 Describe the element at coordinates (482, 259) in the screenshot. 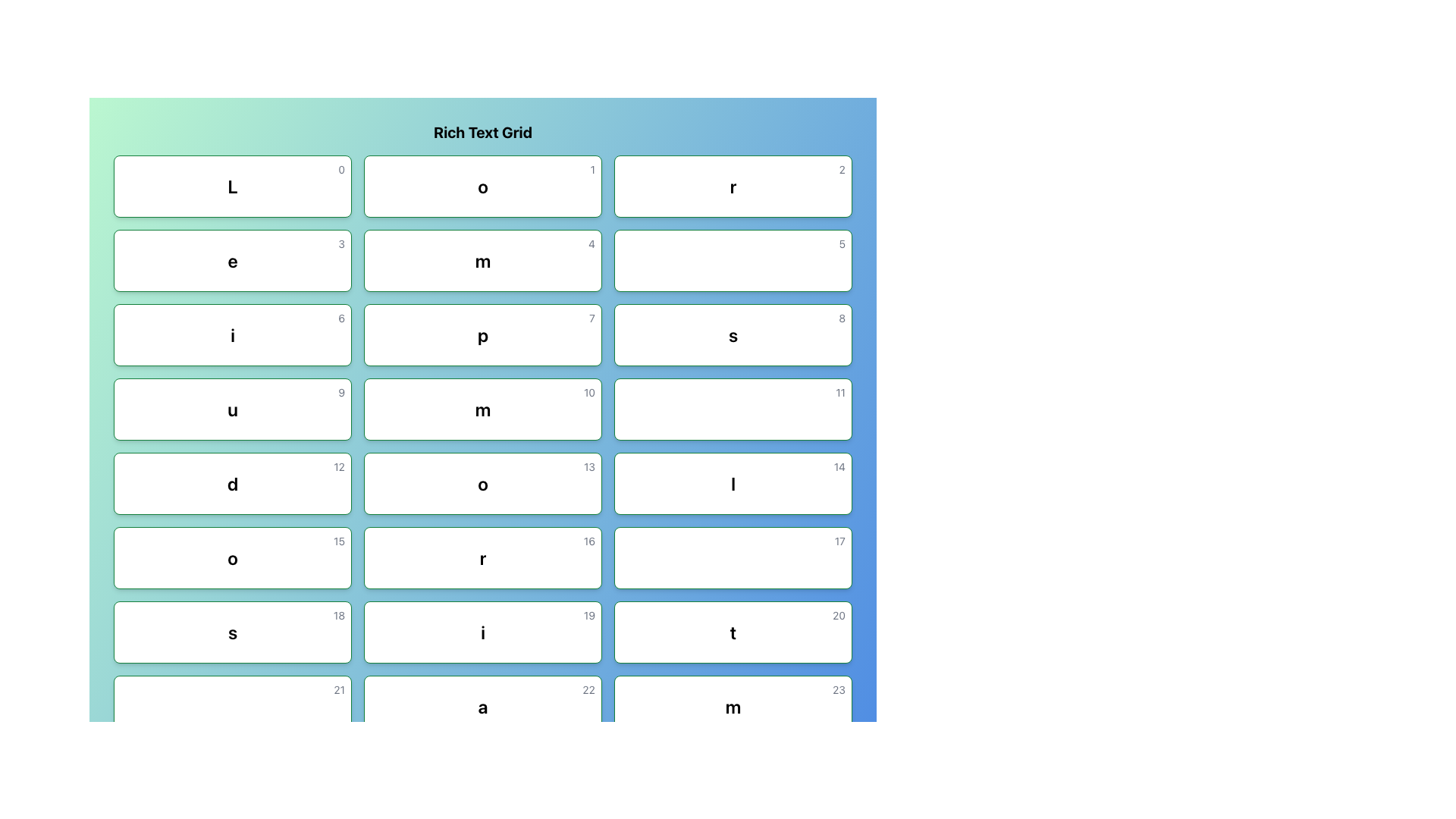

I see `the static text component displaying the letter 'm' in bold, large font, located in the fourth cell of a grid layout, bordered in green with a white background` at that location.